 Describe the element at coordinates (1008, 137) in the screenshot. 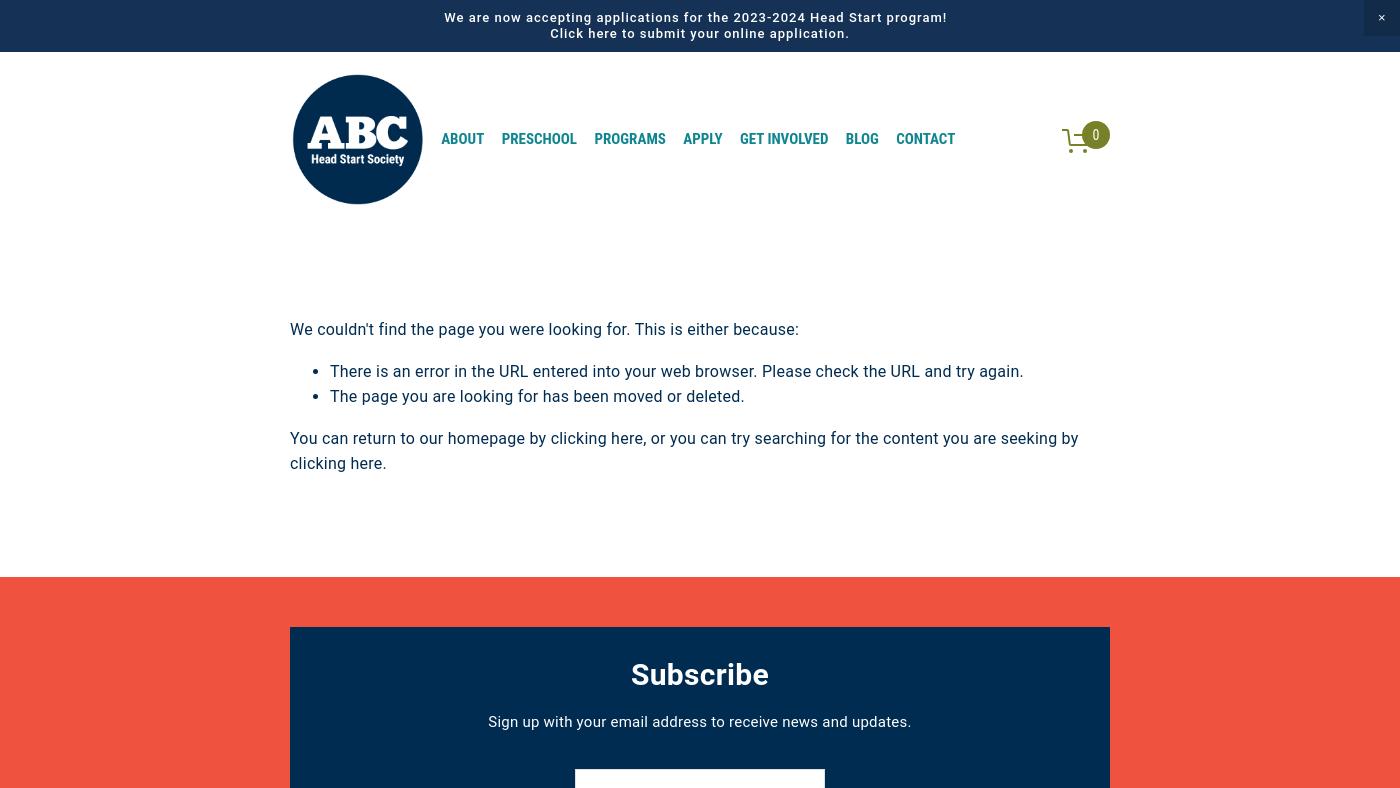

I see `'Donate'` at that location.